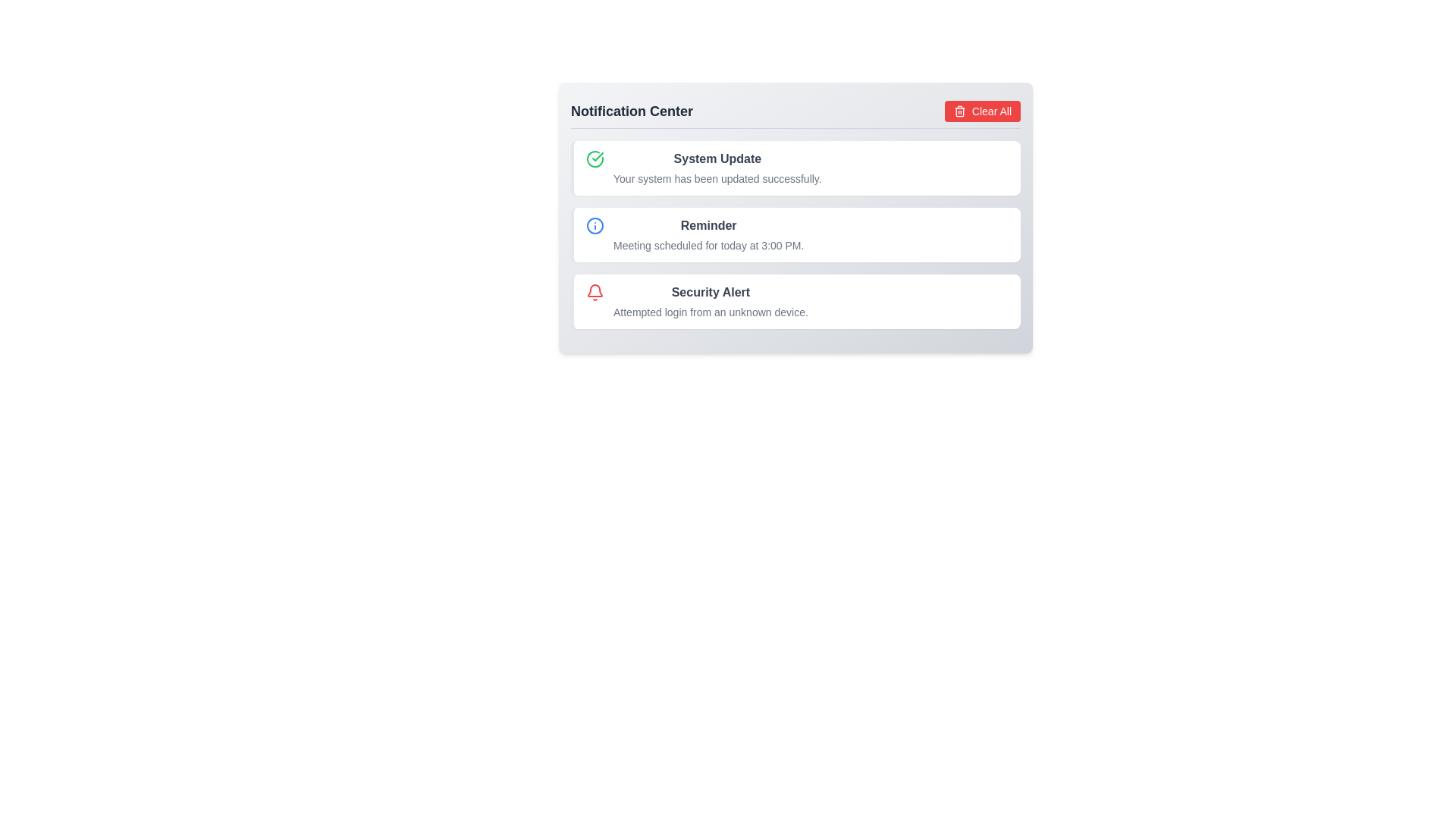 The image size is (1456, 819). What do you see at coordinates (710, 292) in the screenshot?
I see `text of the Text Label that displays 'Security Alert' at the top of the notification card` at bounding box center [710, 292].